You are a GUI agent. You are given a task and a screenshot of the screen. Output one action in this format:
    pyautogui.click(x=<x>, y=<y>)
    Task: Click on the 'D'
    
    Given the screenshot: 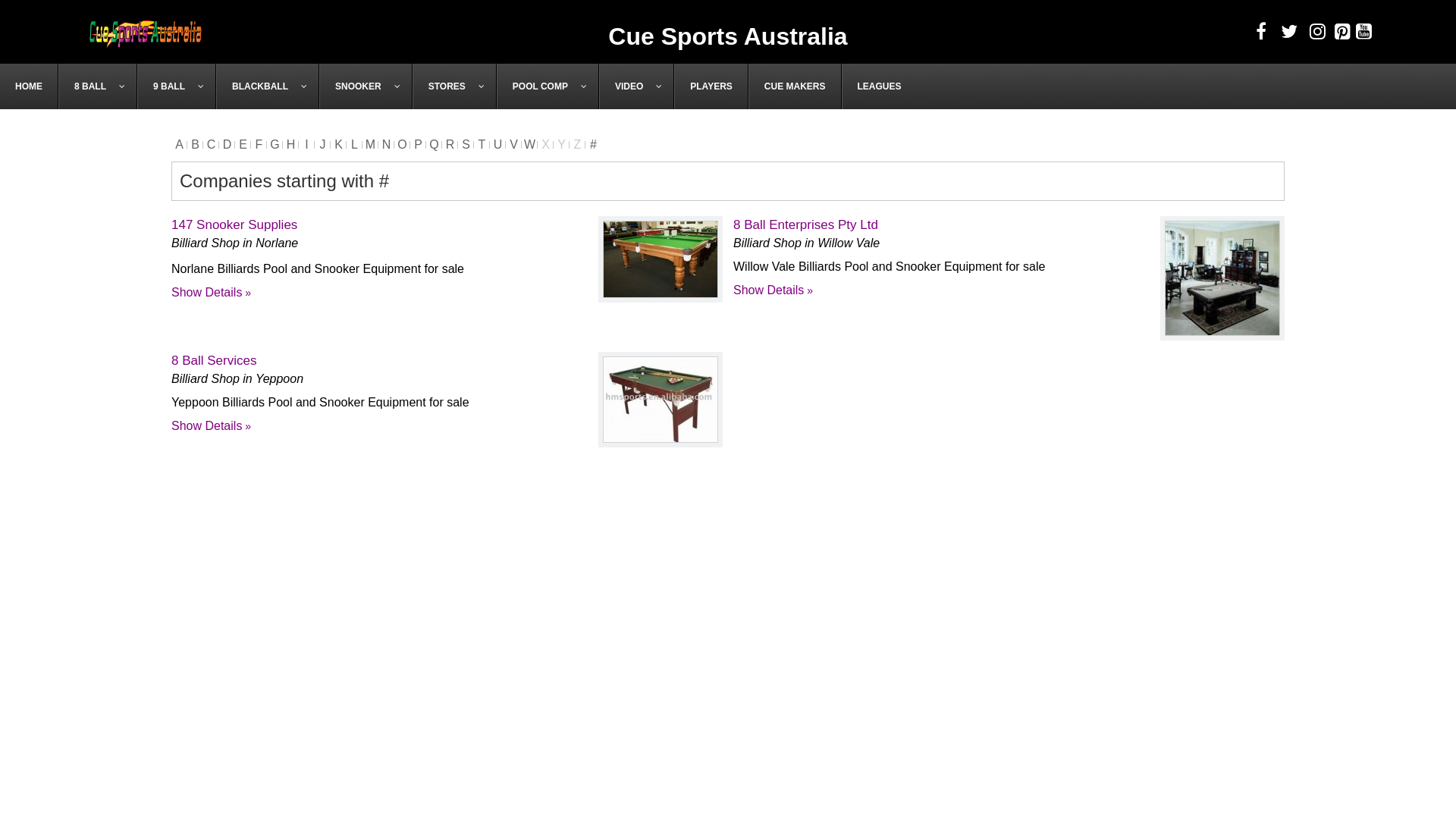 What is the action you would take?
    pyautogui.click(x=226, y=144)
    